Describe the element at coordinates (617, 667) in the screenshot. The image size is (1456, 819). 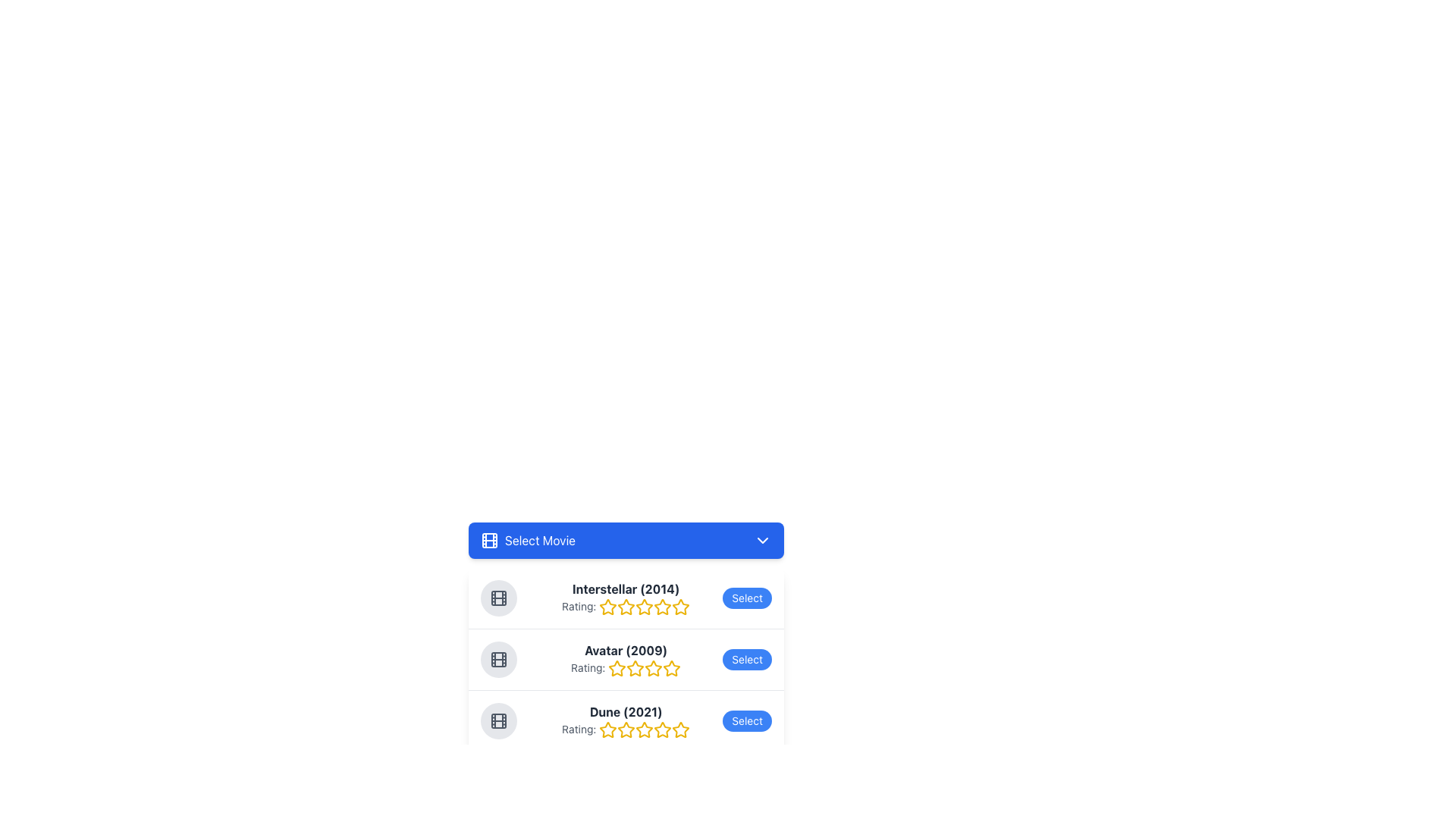
I see `the second rating star for the movie 'Avatar (2009)' to rate at level 2` at that location.